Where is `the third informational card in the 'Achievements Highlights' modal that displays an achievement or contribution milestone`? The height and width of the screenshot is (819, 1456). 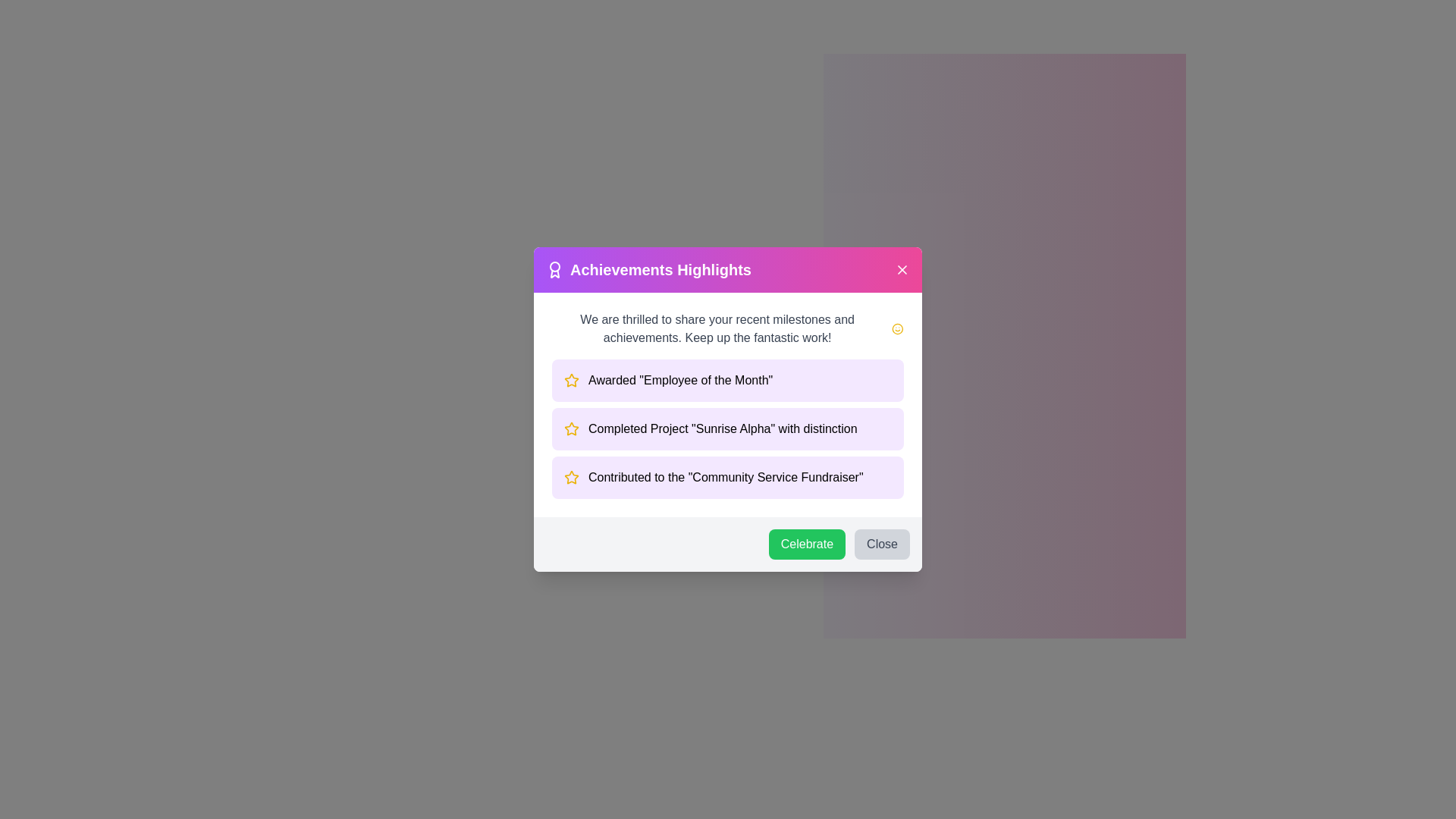
the third informational card in the 'Achievements Highlights' modal that displays an achievement or contribution milestone is located at coordinates (728, 476).